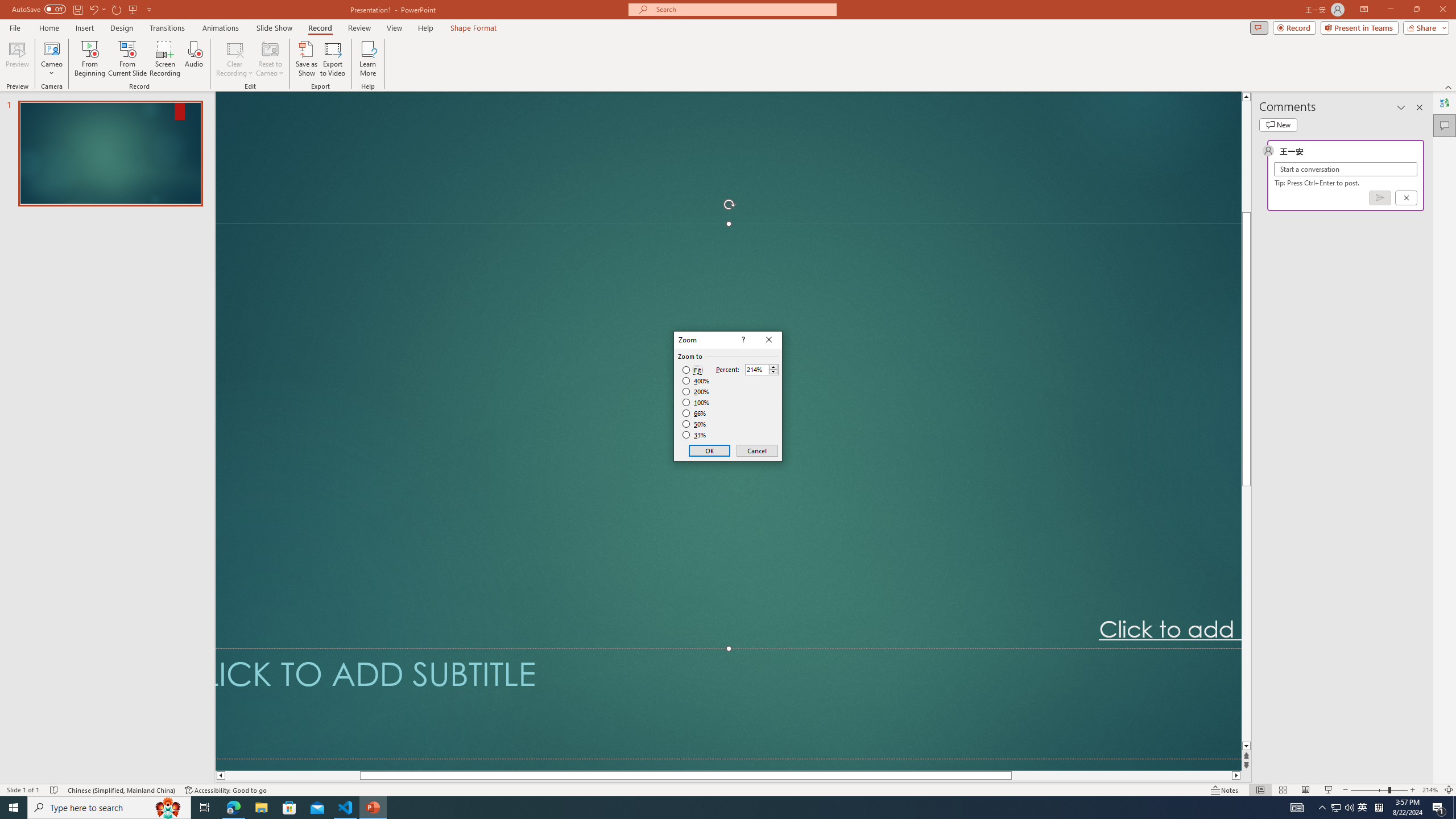 The height and width of the screenshot is (819, 1456). What do you see at coordinates (696, 392) in the screenshot?
I see `'200%'` at bounding box center [696, 392].